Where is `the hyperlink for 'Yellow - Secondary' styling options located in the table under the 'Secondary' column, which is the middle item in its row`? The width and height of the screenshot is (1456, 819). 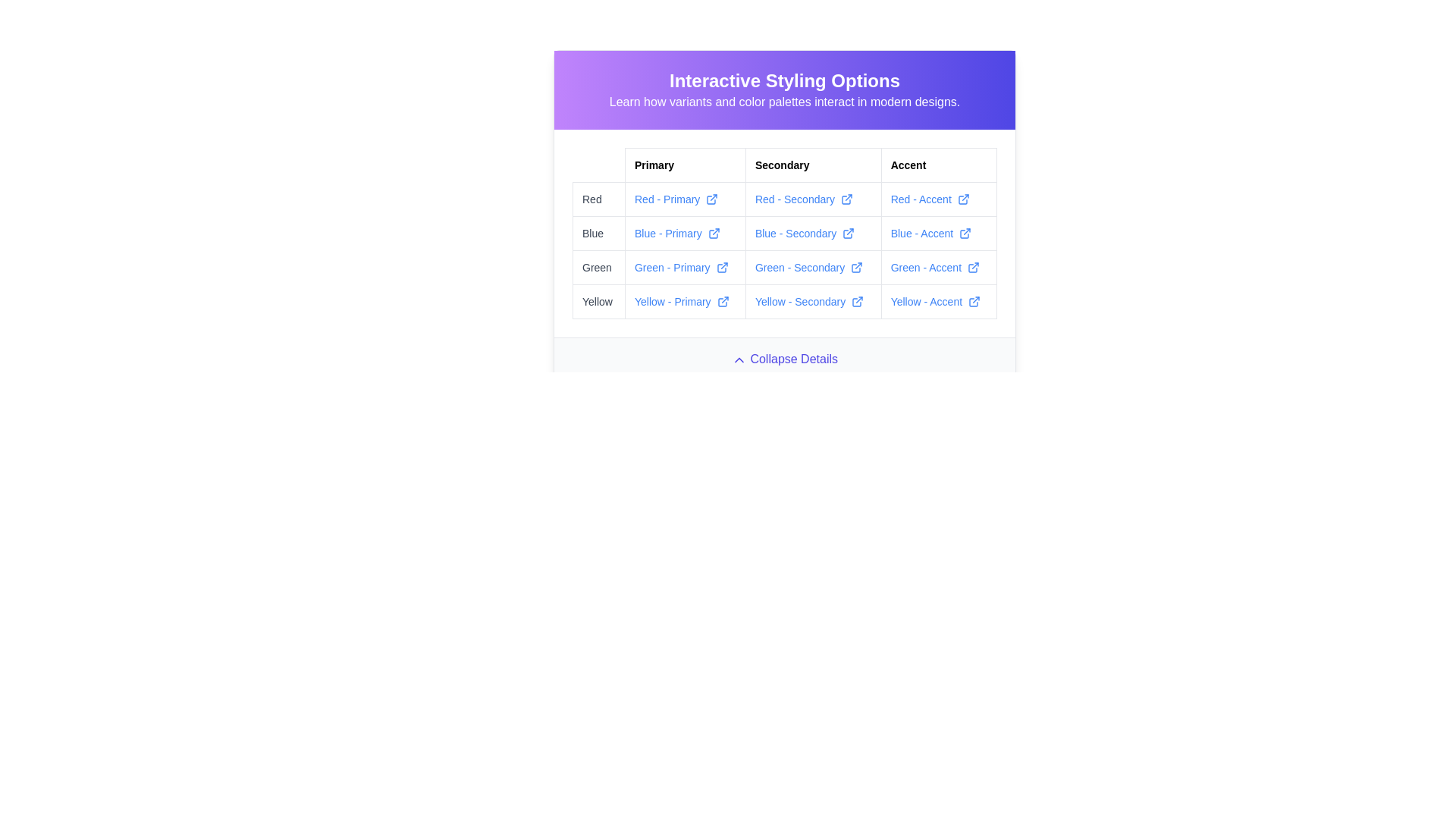 the hyperlink for 'Yellow - Secondary' styling options located in the table under the 'Secondary' column, which is the middle item in its row is located at coordinates (812, 301).